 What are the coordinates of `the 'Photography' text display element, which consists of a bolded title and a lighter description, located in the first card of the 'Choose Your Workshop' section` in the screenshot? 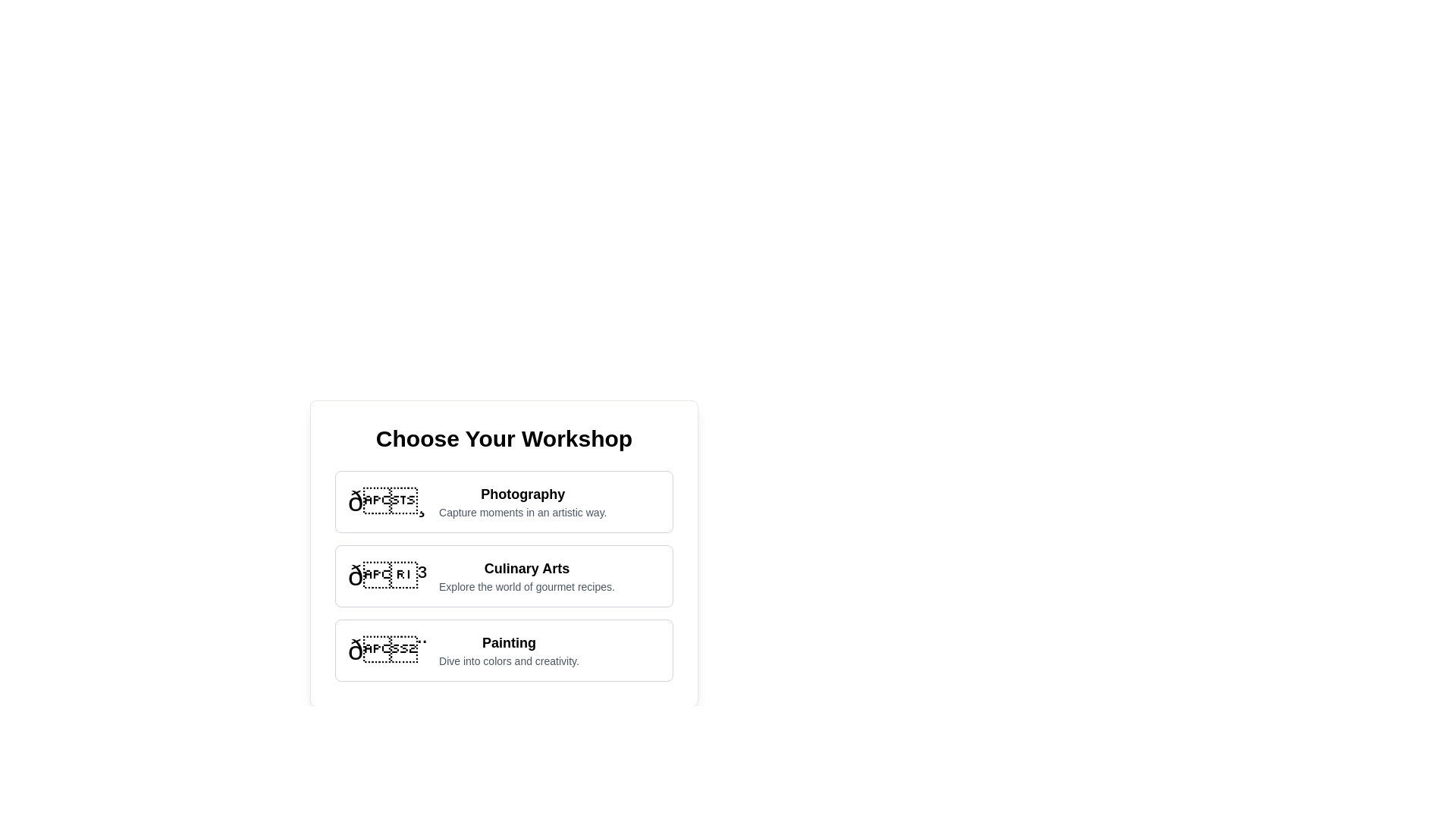 It's located at (522, 502).